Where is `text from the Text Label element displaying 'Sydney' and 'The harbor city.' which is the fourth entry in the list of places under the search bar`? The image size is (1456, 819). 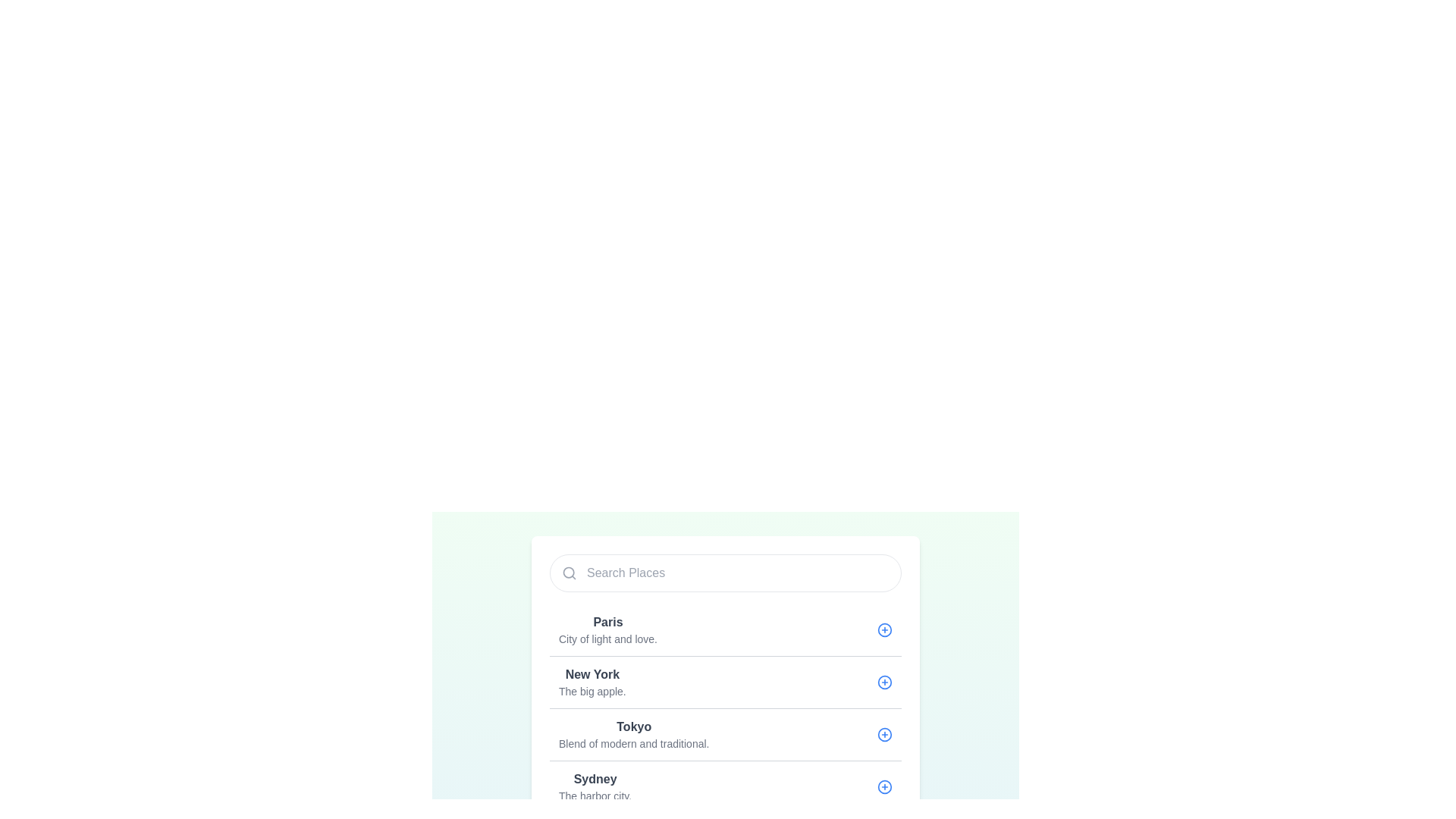
text from the Text Label element displaying 'Sydney' and 'The harbor city.' which is the fourth entry in the list of places under the search bar is located at coordinates (595, 786).